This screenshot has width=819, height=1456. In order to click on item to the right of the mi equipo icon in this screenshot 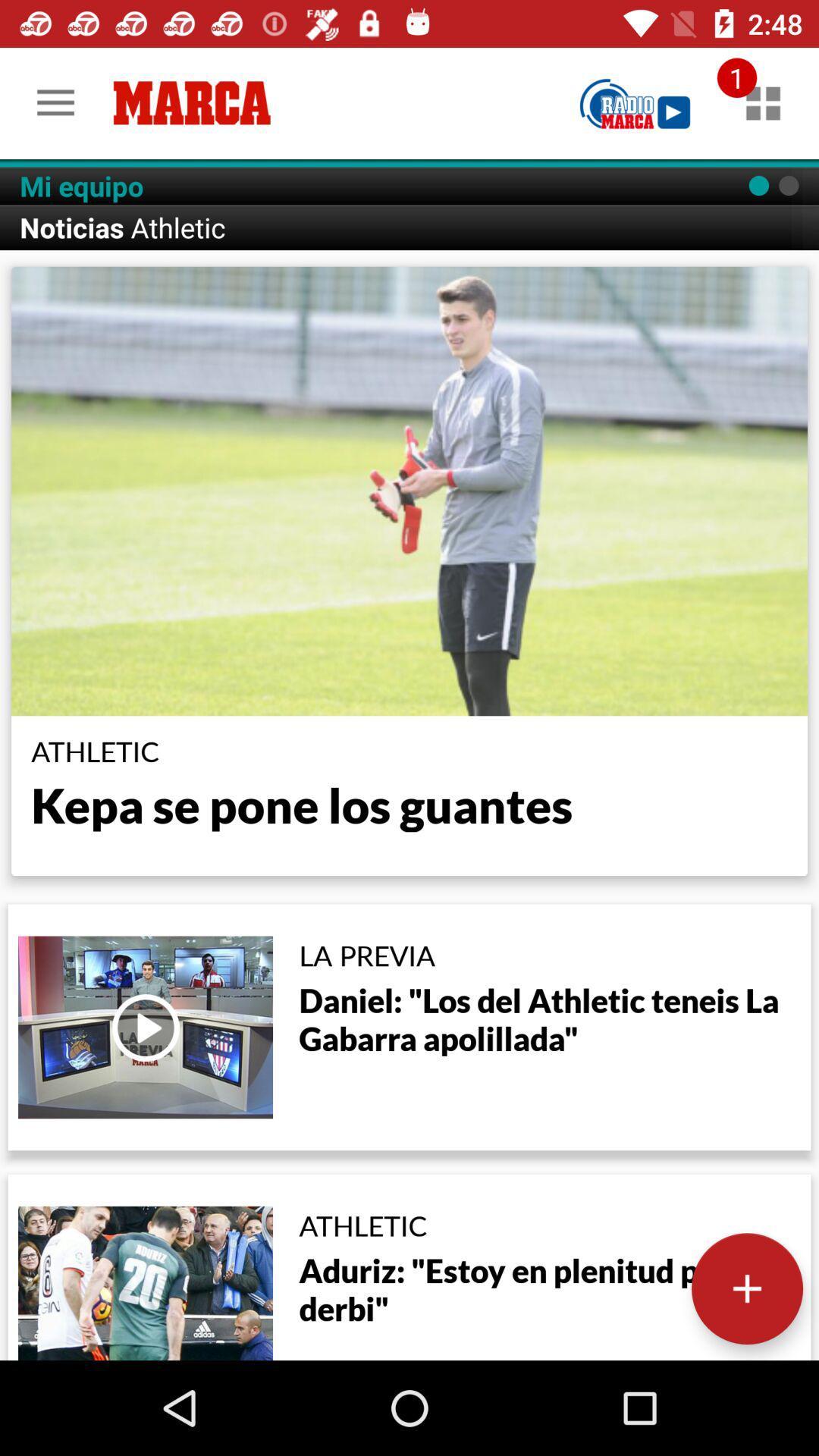, I will do `click(635, 102)`.